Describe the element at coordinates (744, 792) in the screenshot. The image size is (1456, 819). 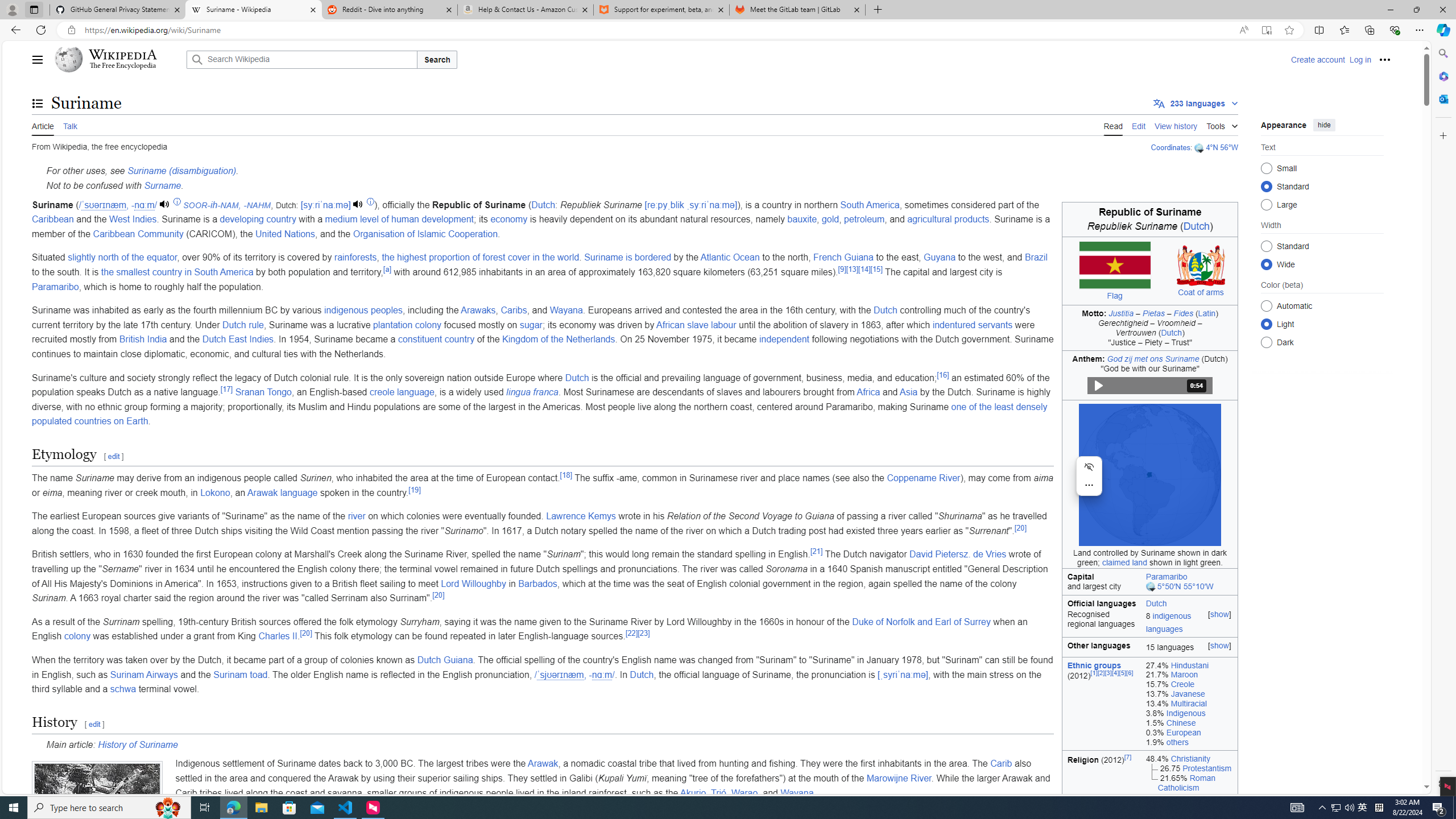
I see `'Warao'` at that location.